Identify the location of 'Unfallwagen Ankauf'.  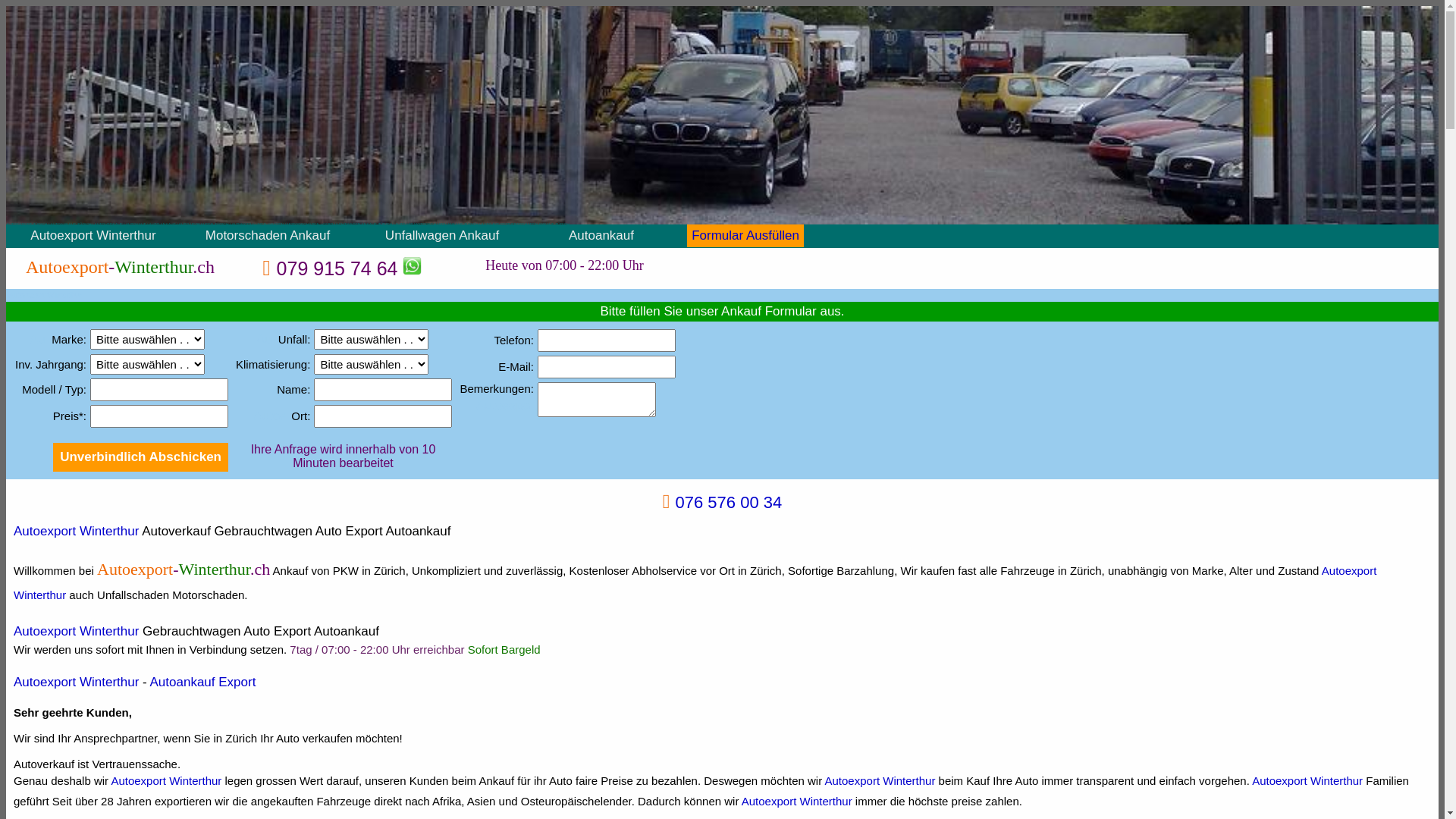
(441, 235).